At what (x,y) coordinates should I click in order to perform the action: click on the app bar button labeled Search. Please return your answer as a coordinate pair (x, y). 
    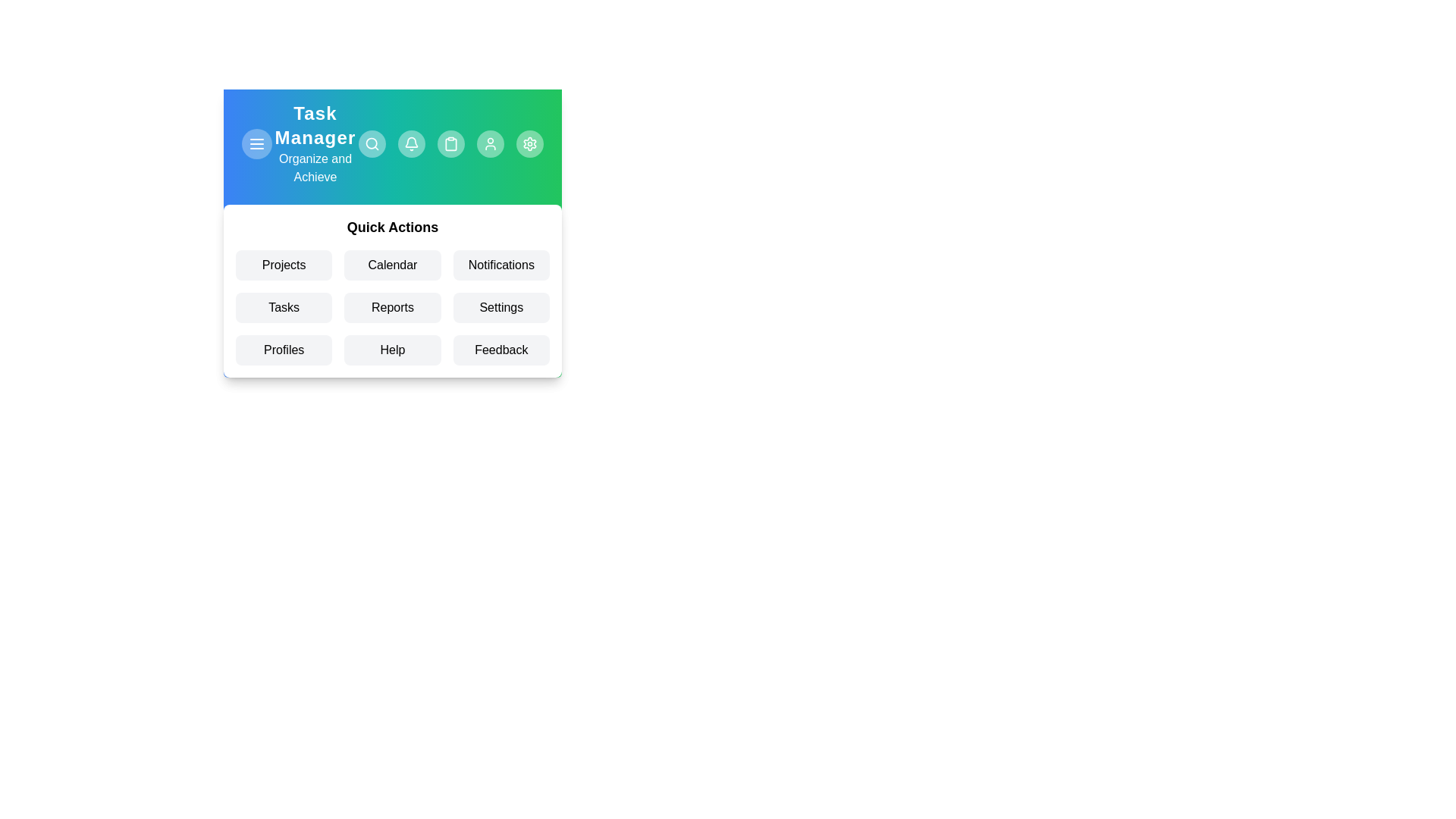
    Looking at the image, I should click on (372, 143).